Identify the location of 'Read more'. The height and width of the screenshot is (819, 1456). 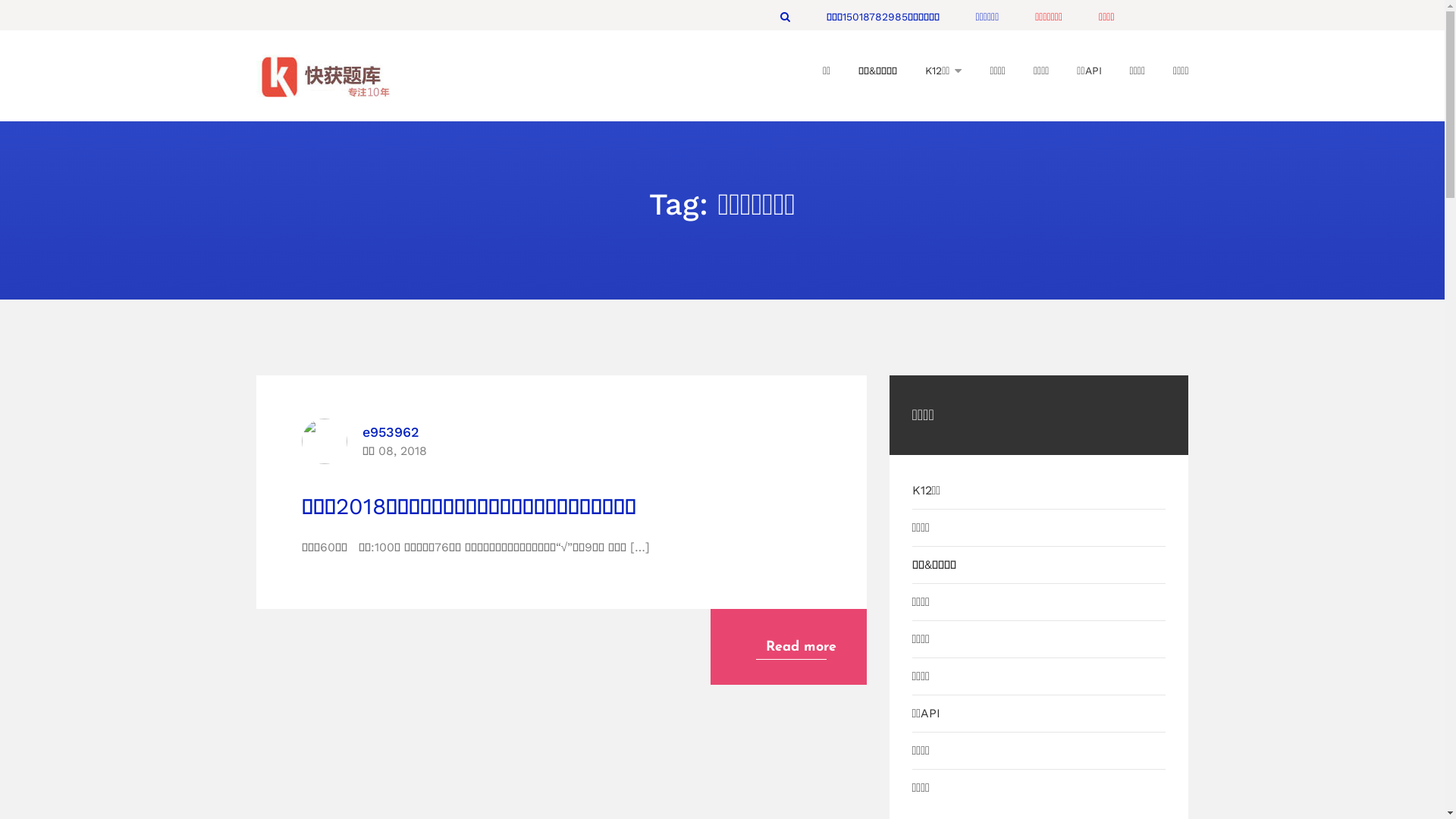
(787, 646).